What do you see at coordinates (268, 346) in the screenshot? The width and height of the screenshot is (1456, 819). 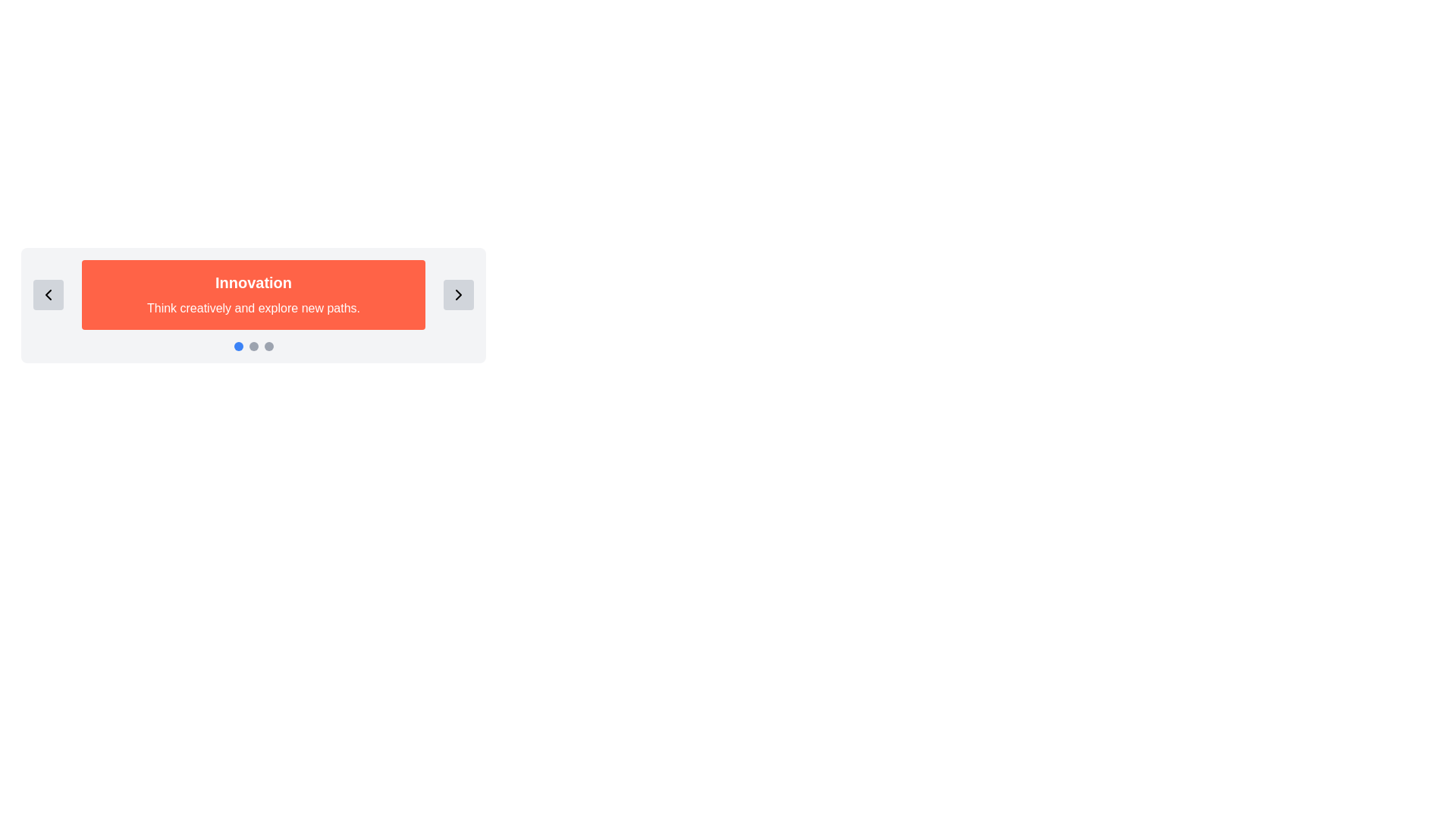 I see `the third dot-style navigation indicator with a gray background, located beneath the 'Innovation' banner` at bounding box center [268, 346].